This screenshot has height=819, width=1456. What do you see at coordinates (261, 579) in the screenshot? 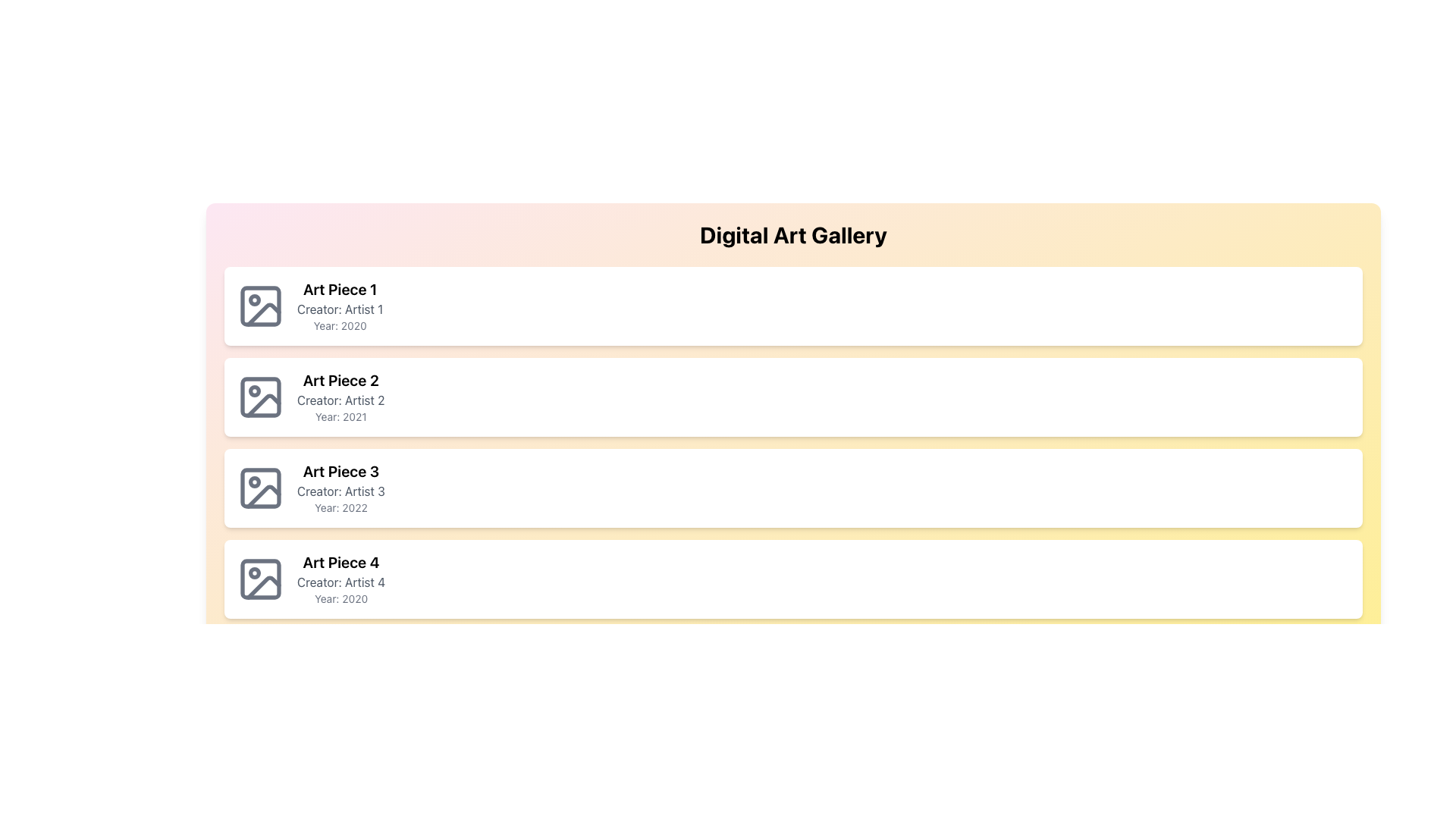
I see `the decorative square shape with rounded corners, which is part of the picture icon in the fourth item of the 'Digital Art Gallery' list` at bounding box center [261, 579].